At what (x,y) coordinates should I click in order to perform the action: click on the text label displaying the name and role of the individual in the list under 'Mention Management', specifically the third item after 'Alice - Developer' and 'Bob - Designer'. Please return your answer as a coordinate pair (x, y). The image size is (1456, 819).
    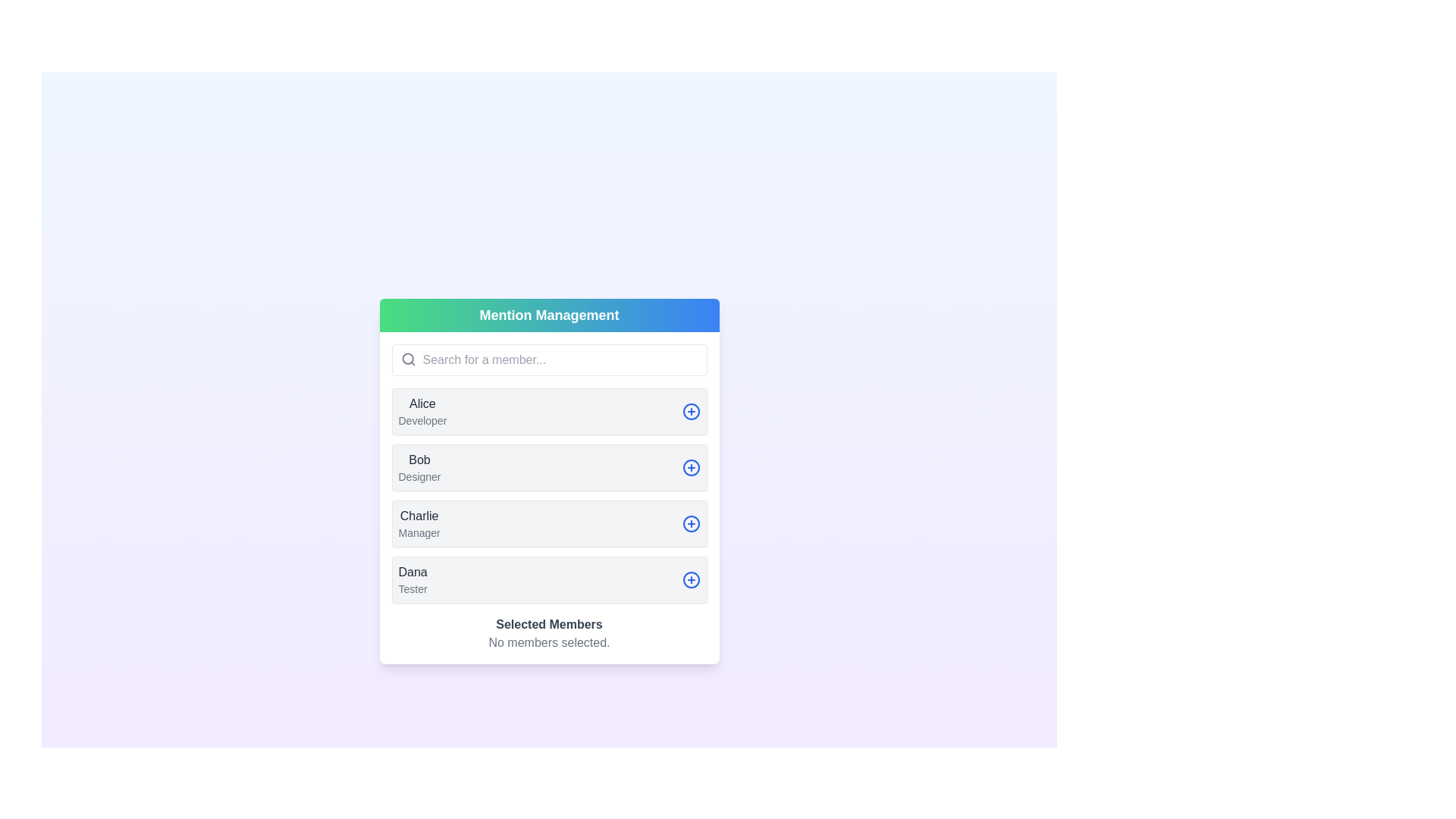
    Looking at the image, I should click on (419, 522).